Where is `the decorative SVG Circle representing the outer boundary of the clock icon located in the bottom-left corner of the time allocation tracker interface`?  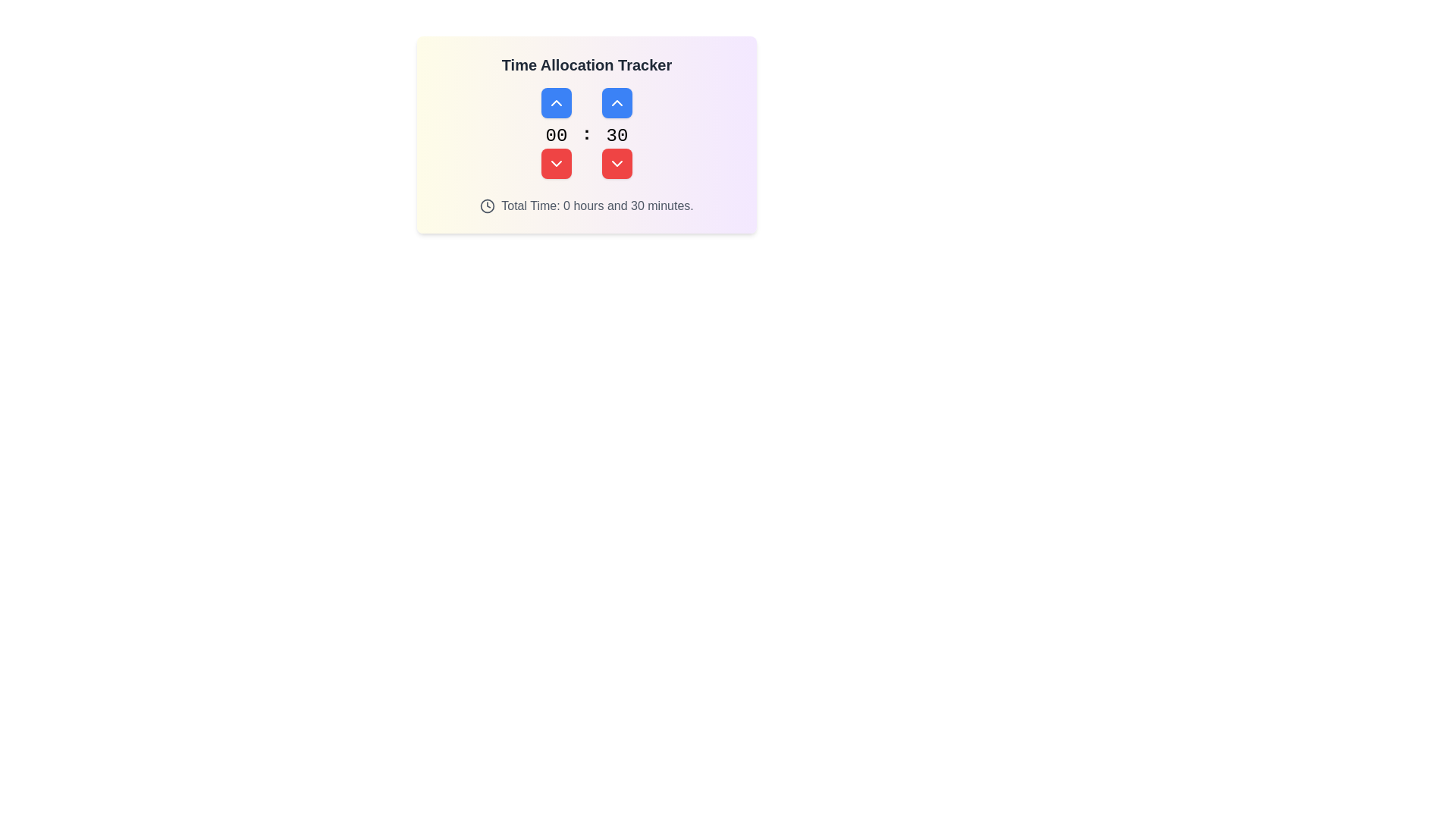 the decorative SVG Circle representing the outer boundary of the clock icon located in the bottom-left corner of the time allocation tracker interface is located at coordinates (488, 206).